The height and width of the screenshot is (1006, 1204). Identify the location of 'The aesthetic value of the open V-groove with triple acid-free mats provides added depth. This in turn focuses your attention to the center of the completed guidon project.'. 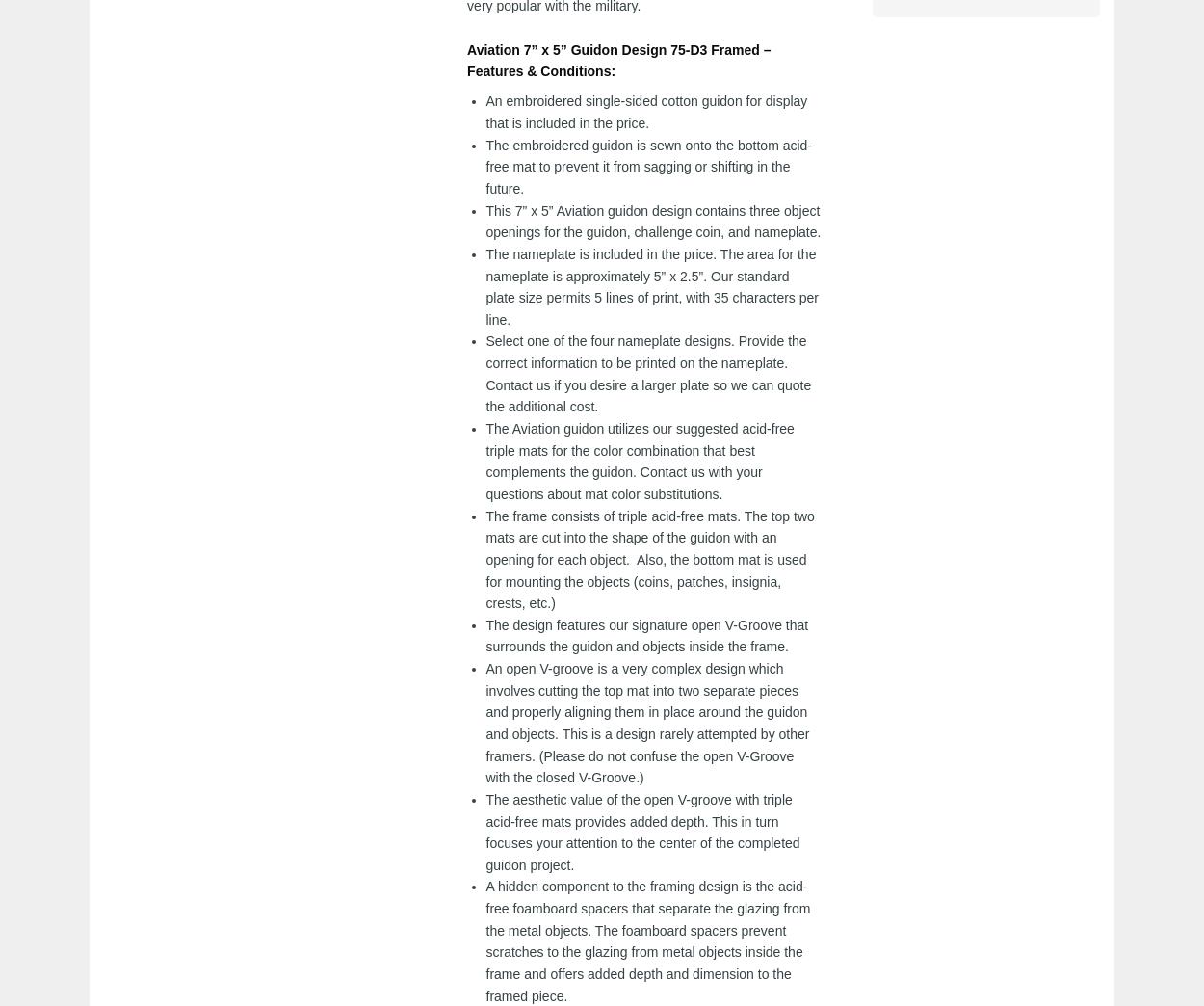
(642, 831).